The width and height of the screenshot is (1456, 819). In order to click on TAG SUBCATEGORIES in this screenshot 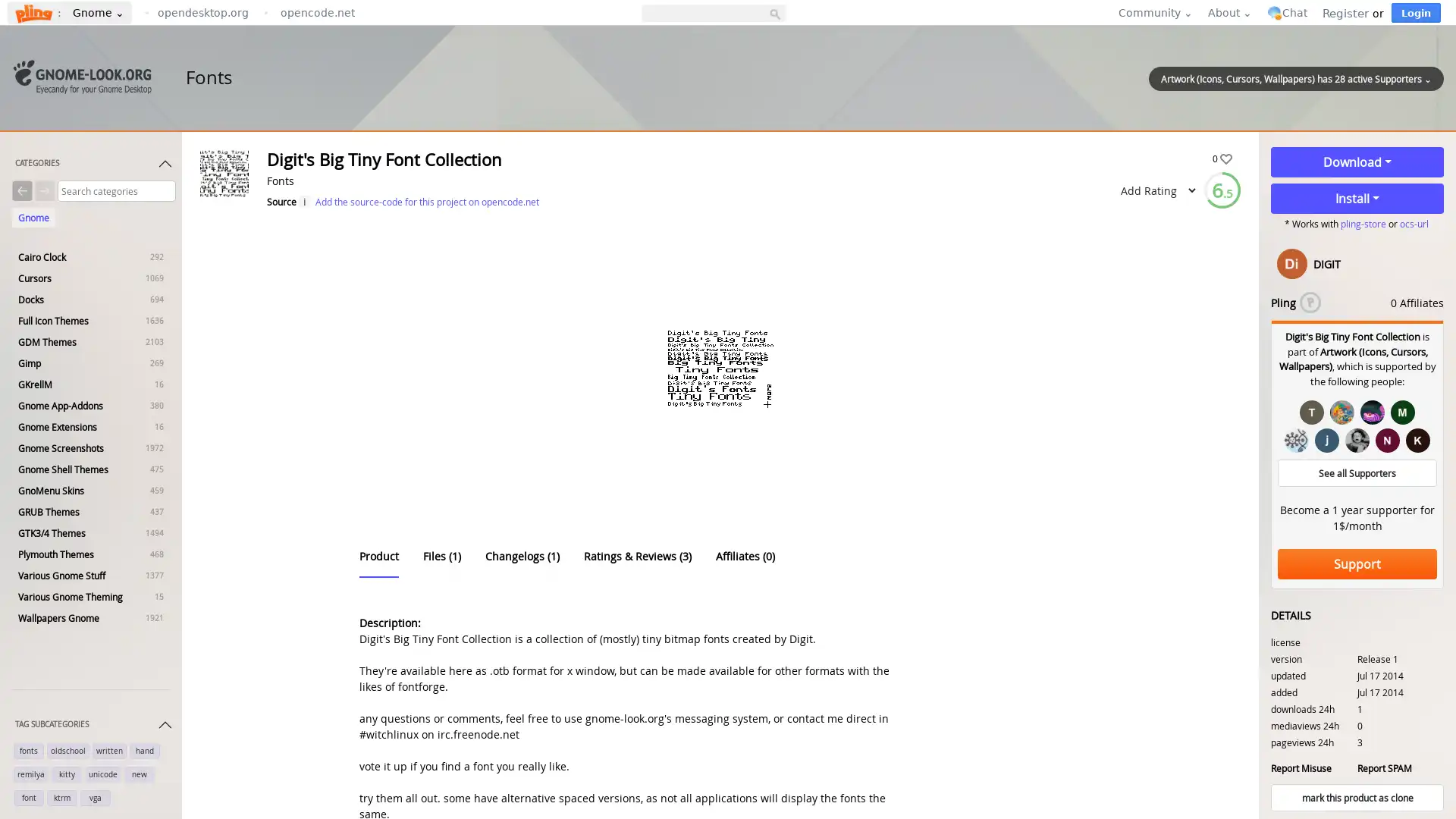, I will do `click(93, 727)`.